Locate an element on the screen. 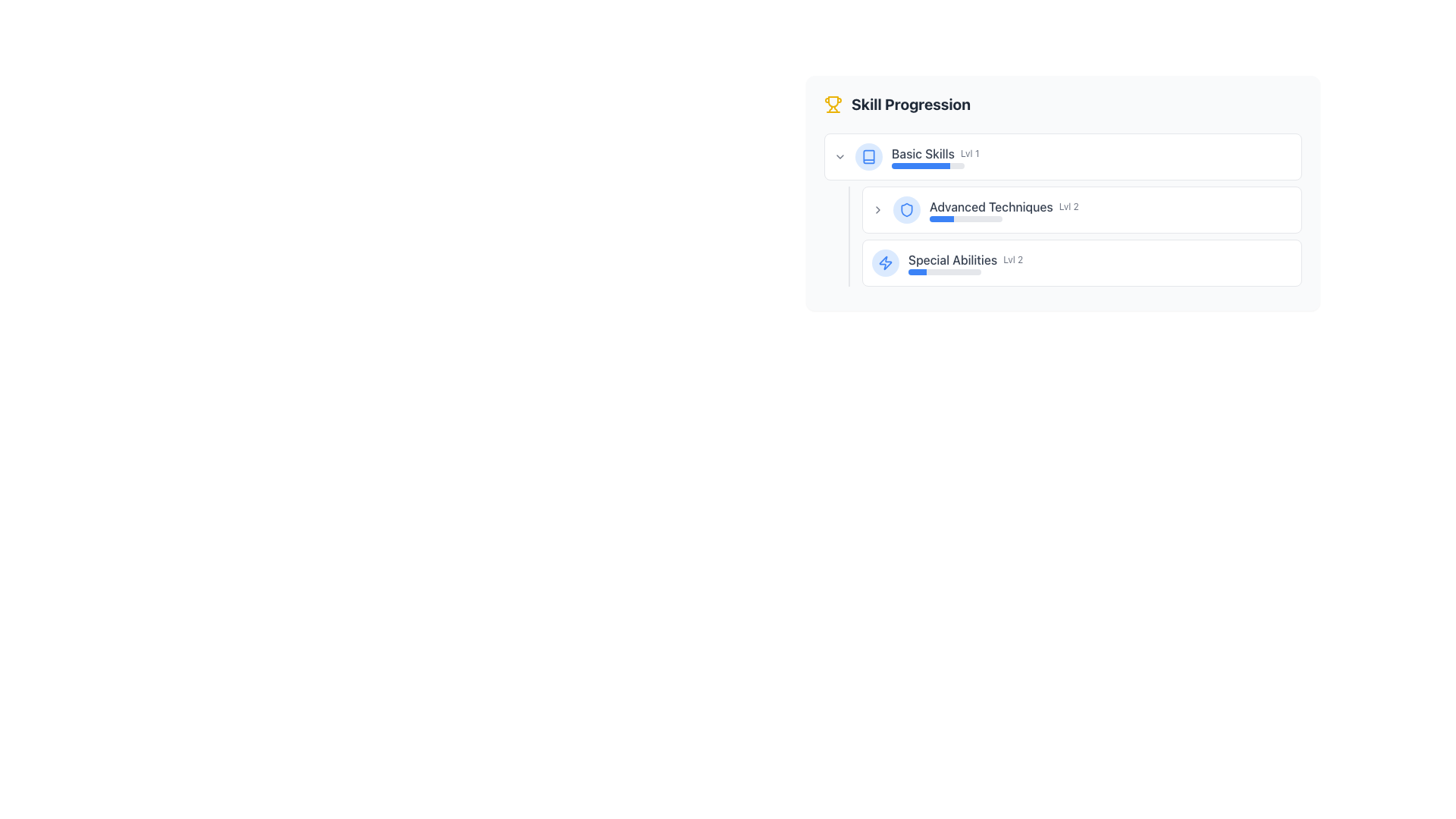 This screenshot has height=819, width=1456. the progress indicator segment within the progress bar that visually represents the completed portion of the 'Basic Skills' task in the 'Skill Progression' panel is located at coordinates (920, 166).